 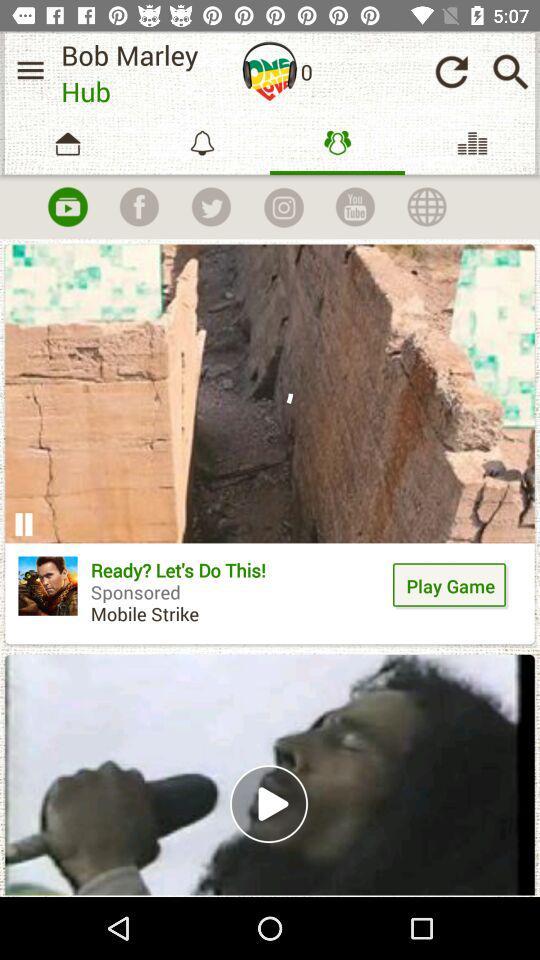 What do you see at coordinates (67, 207) in the screenshot?
I see `music` at bounding box center [67, 207].